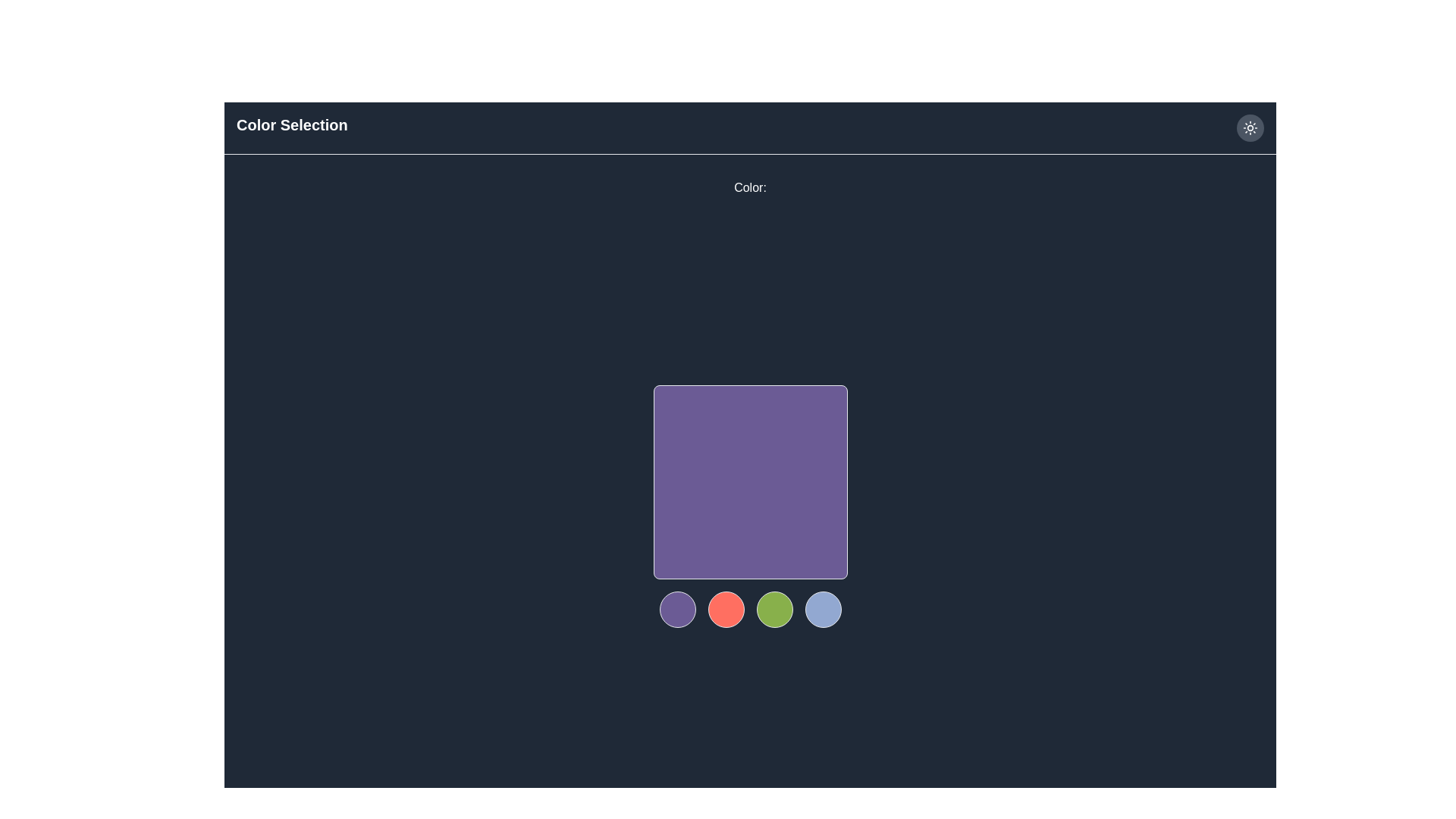 The image size is (1456, 819). Describe the element at coordinates (774, 608) in the screenshot. I see `the third circular button located near the bottom center of the interface` at that location.